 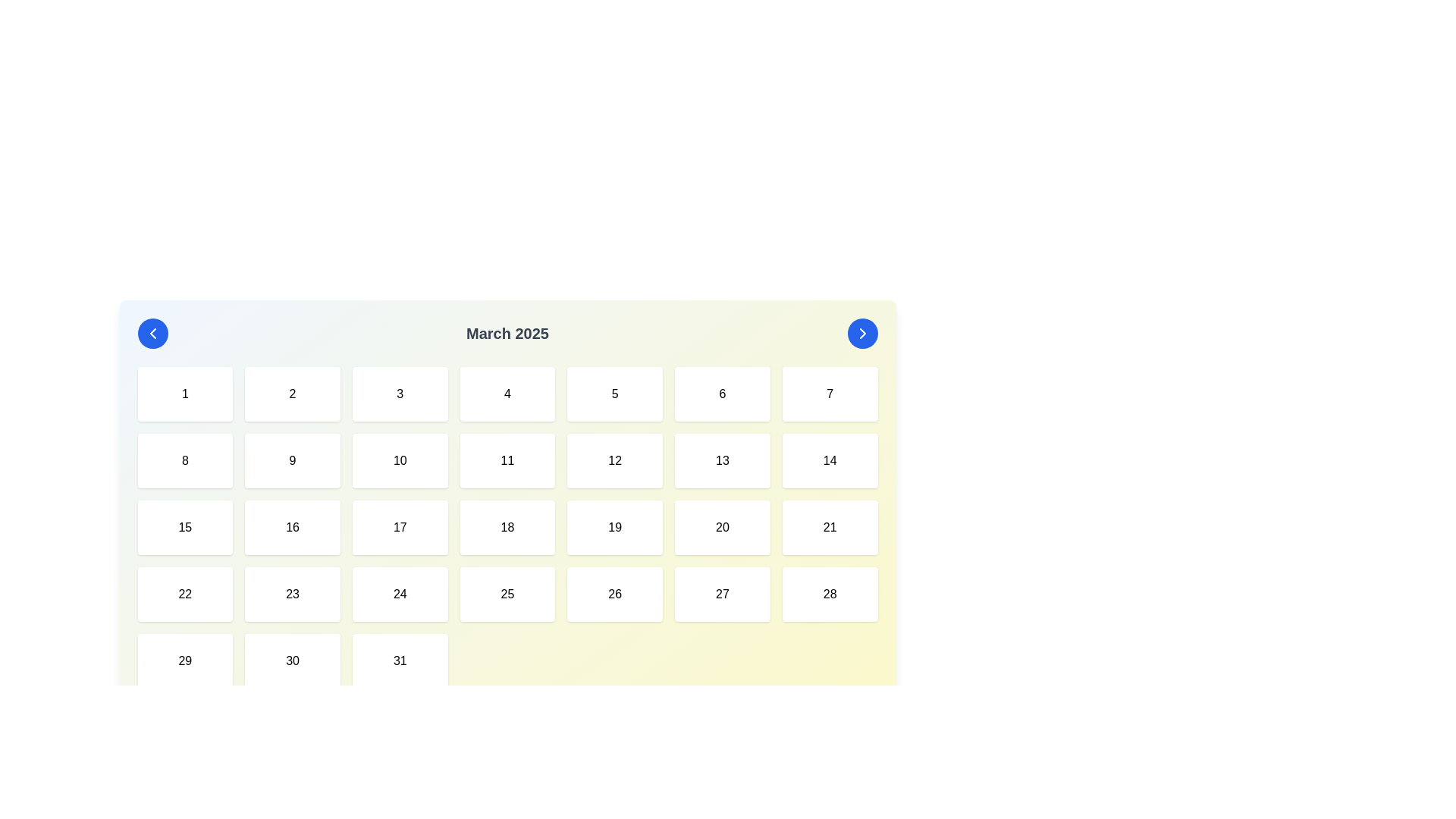 I want to click on the calendar grid cell representing the 9th day, so click(x=293, y=460).